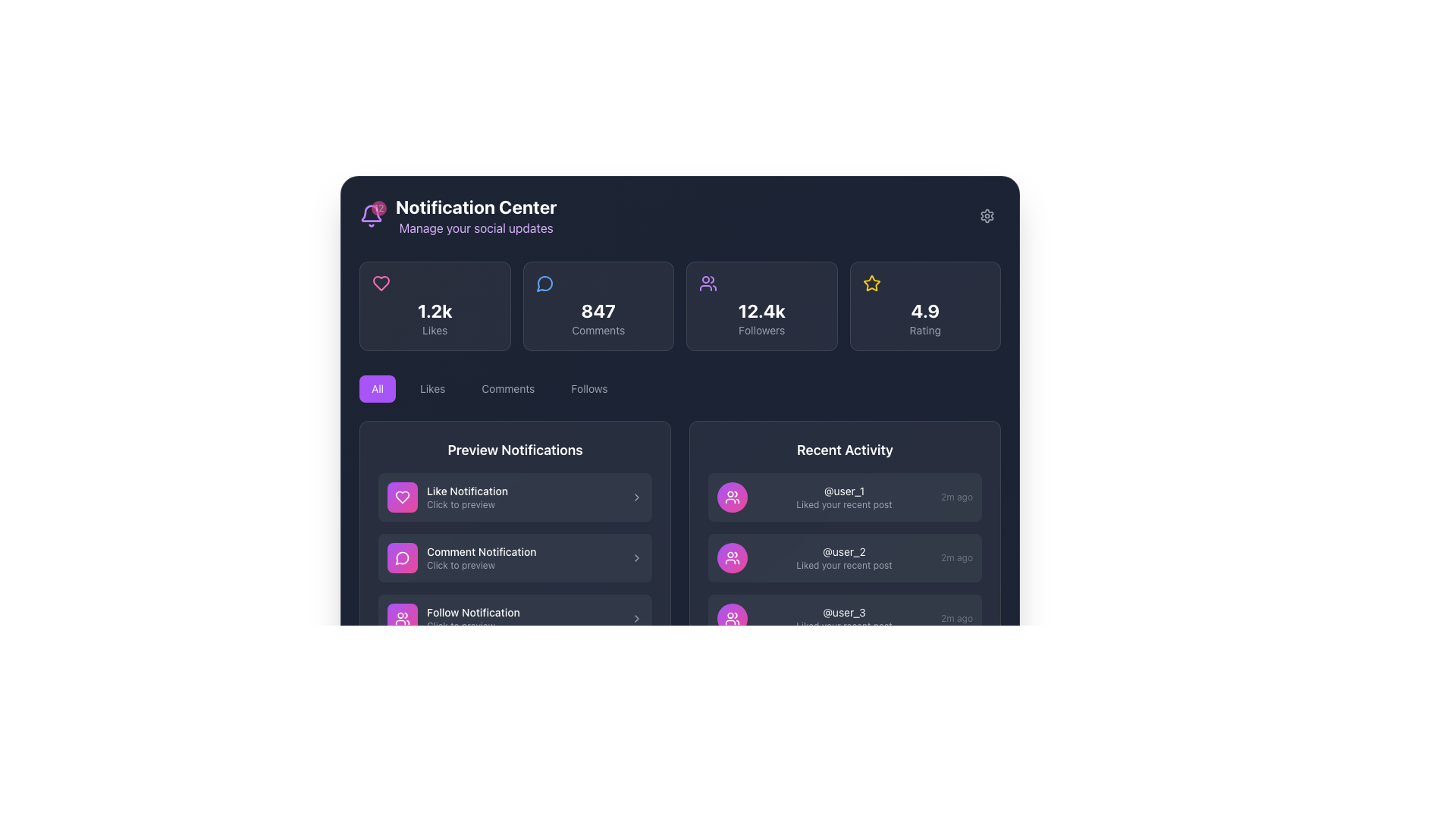 The image size is (1456, 819). I want to click on the heart-shaped icon with a white outline and a purple-to-pink gradient background, located in the top-left corner next to the '1.2k Likes' count, so click(403, 497).